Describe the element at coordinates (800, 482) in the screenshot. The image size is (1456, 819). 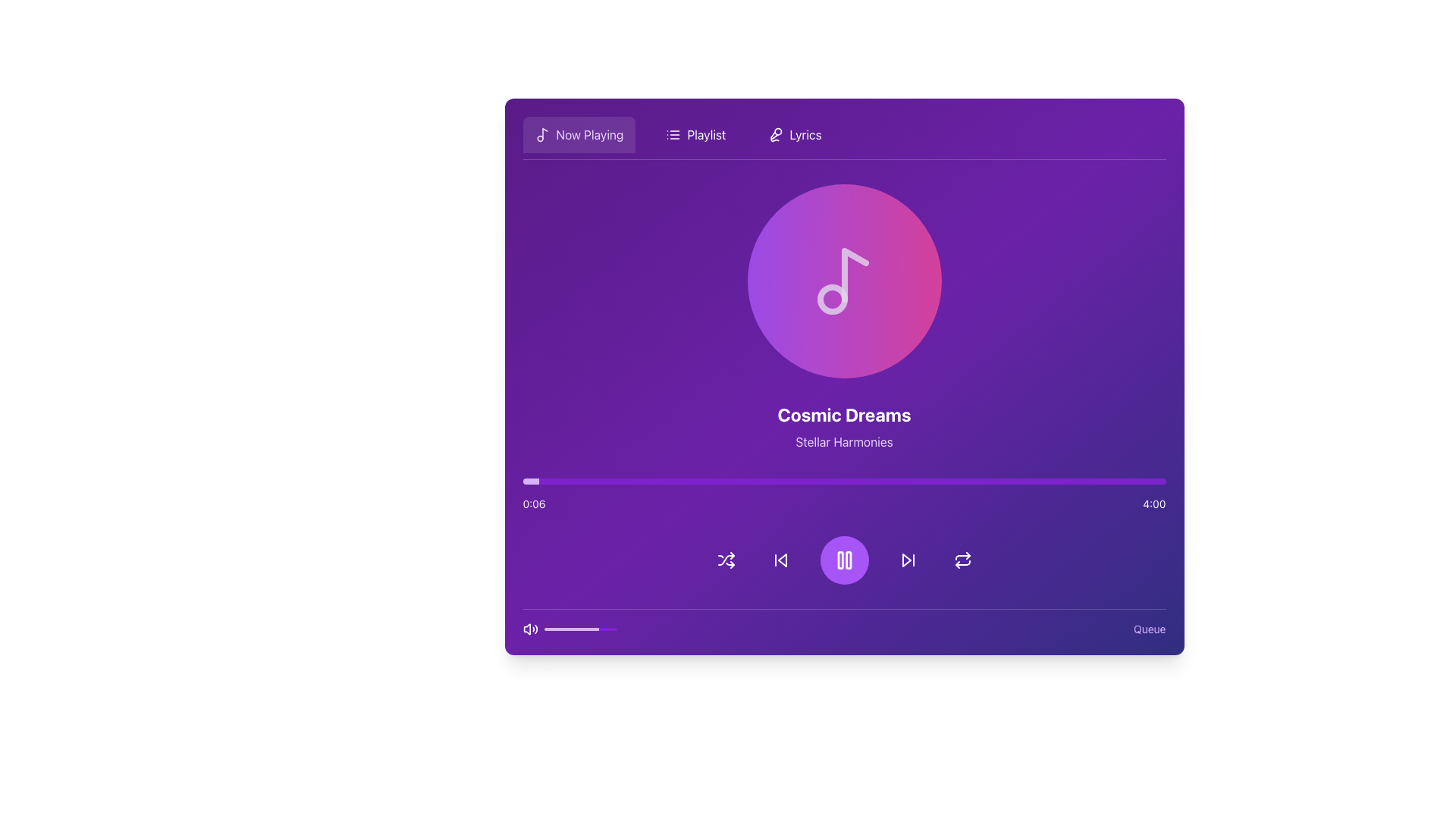
I see `the playback position` at that location.